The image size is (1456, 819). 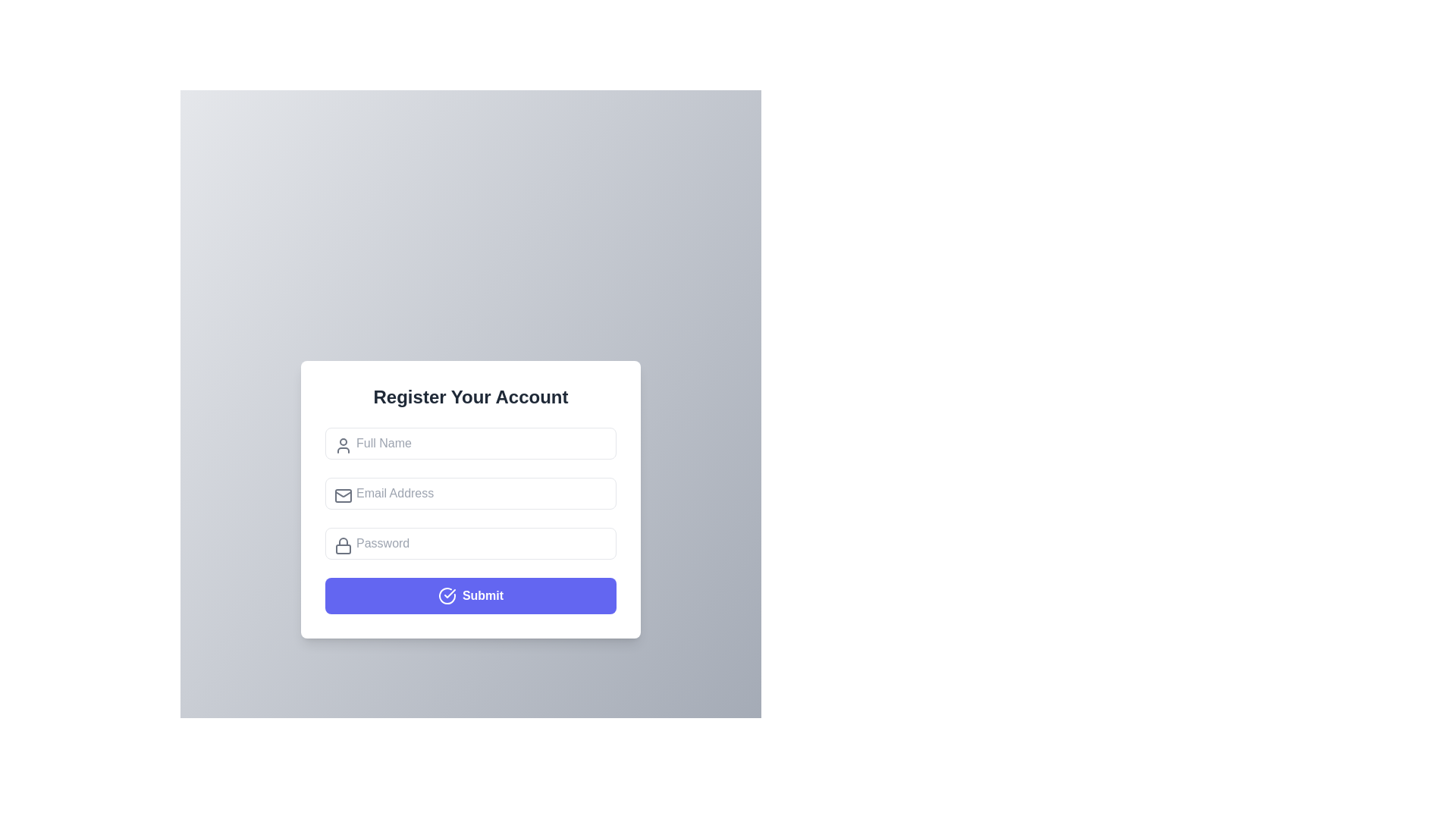 I want to click on the 'Submit' button, which contains a checkmark icon indicating confirmation, located below the input fields for 'Full Name', 'Email Address', and 'Password', so click(x=449, y=593).